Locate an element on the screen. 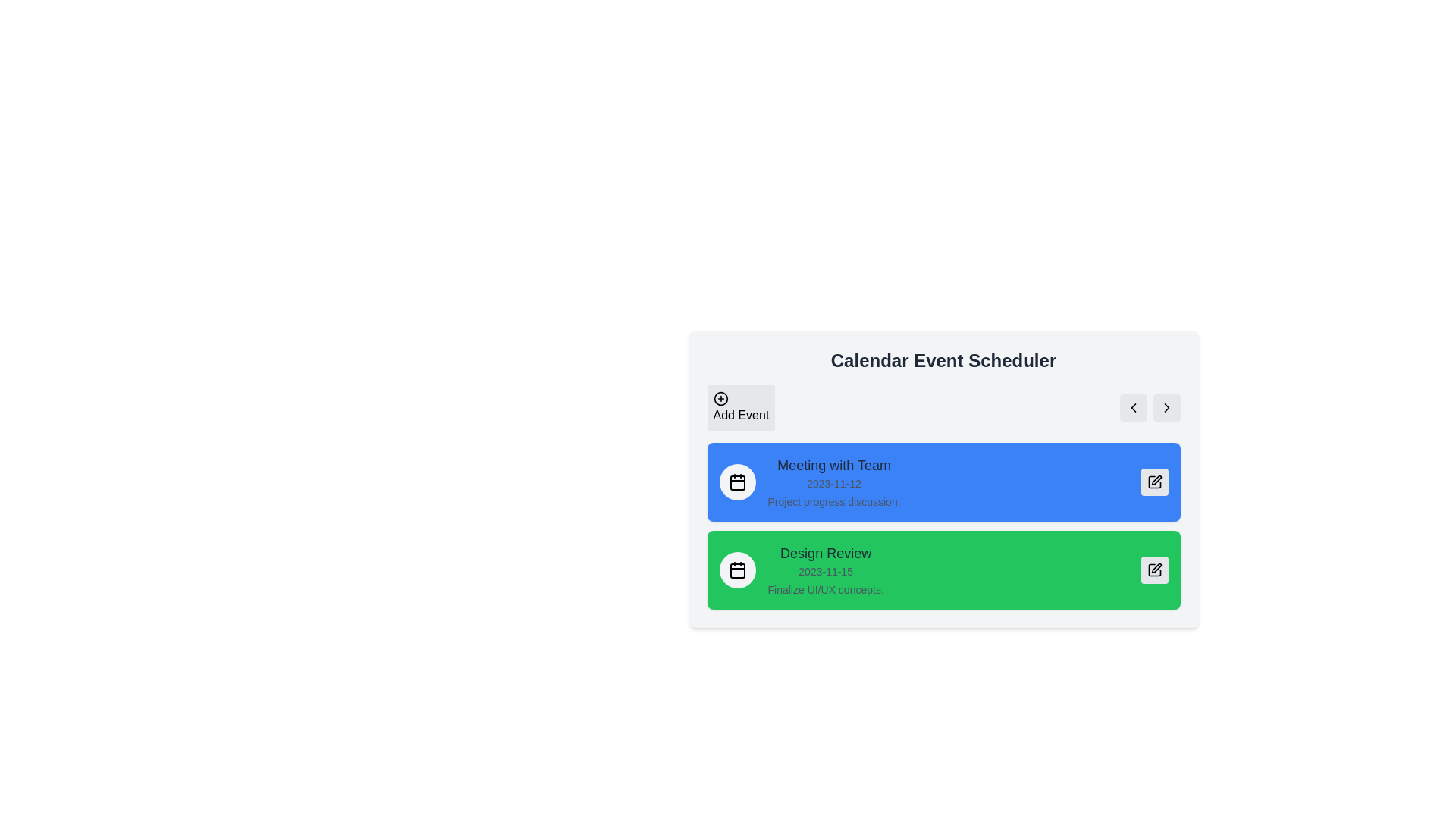  the text block within the event card that provides the event's title, date, and description is located at coordinates (825, 570).